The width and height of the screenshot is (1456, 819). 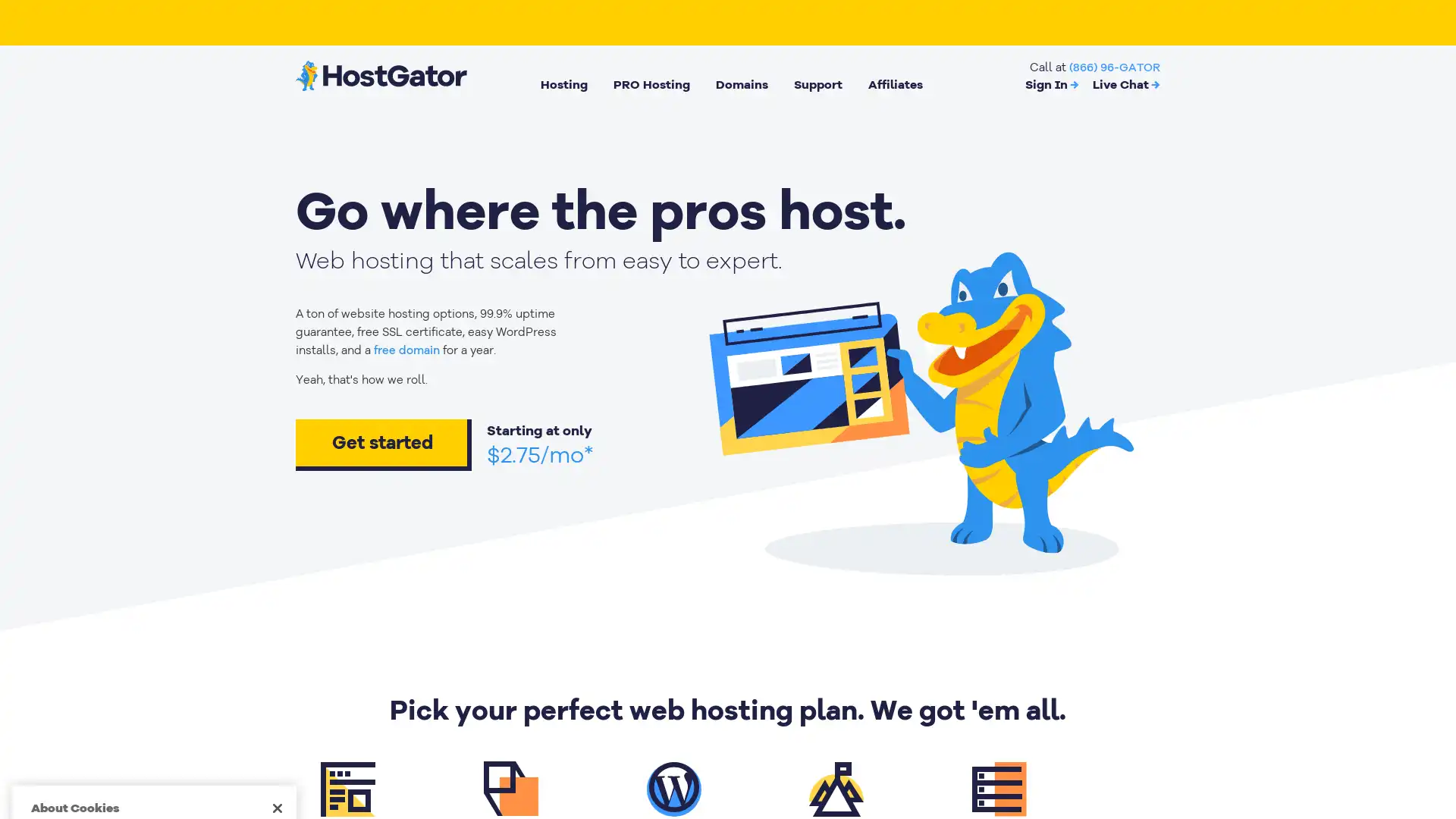 What do you see at coordinates (154, 719) in the screenshot?
I see `Got It` at bounding box center [154, 719].